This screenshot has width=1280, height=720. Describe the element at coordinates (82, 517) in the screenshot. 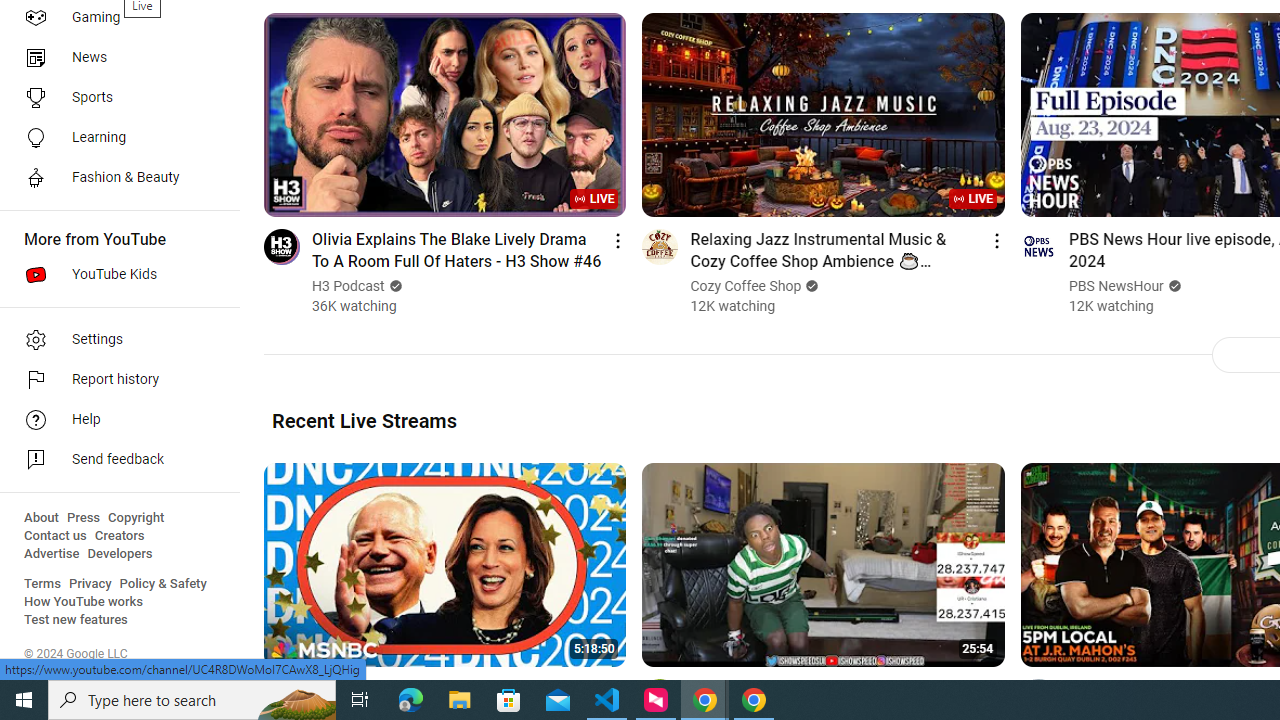

I see `'Press'` at that location.